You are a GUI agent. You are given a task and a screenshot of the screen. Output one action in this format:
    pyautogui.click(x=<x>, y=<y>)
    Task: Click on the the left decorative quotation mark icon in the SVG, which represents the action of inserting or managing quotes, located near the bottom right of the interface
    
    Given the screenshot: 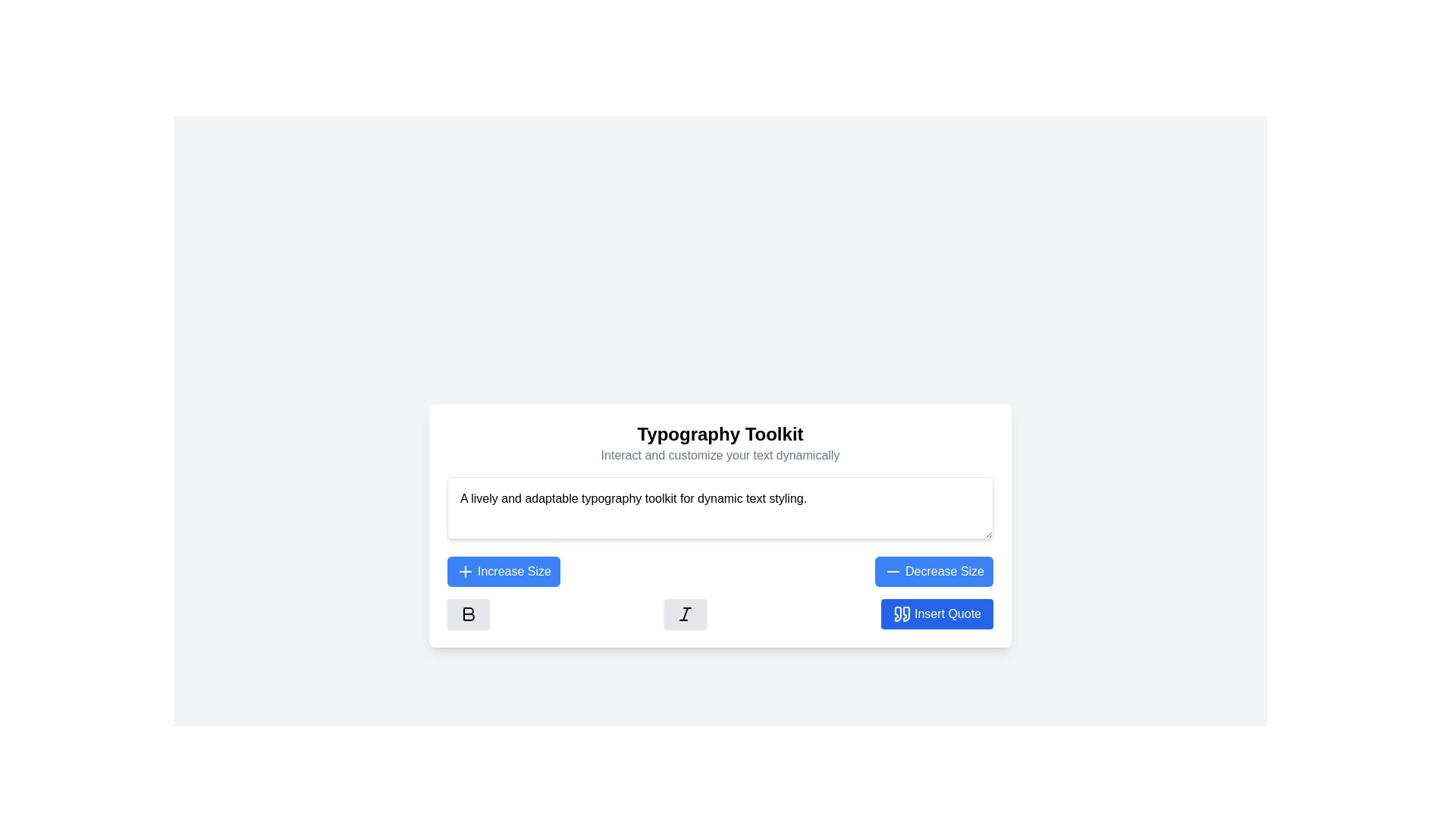 What is the action you would take?
    pyautogui.click(x=898, y=613)
    